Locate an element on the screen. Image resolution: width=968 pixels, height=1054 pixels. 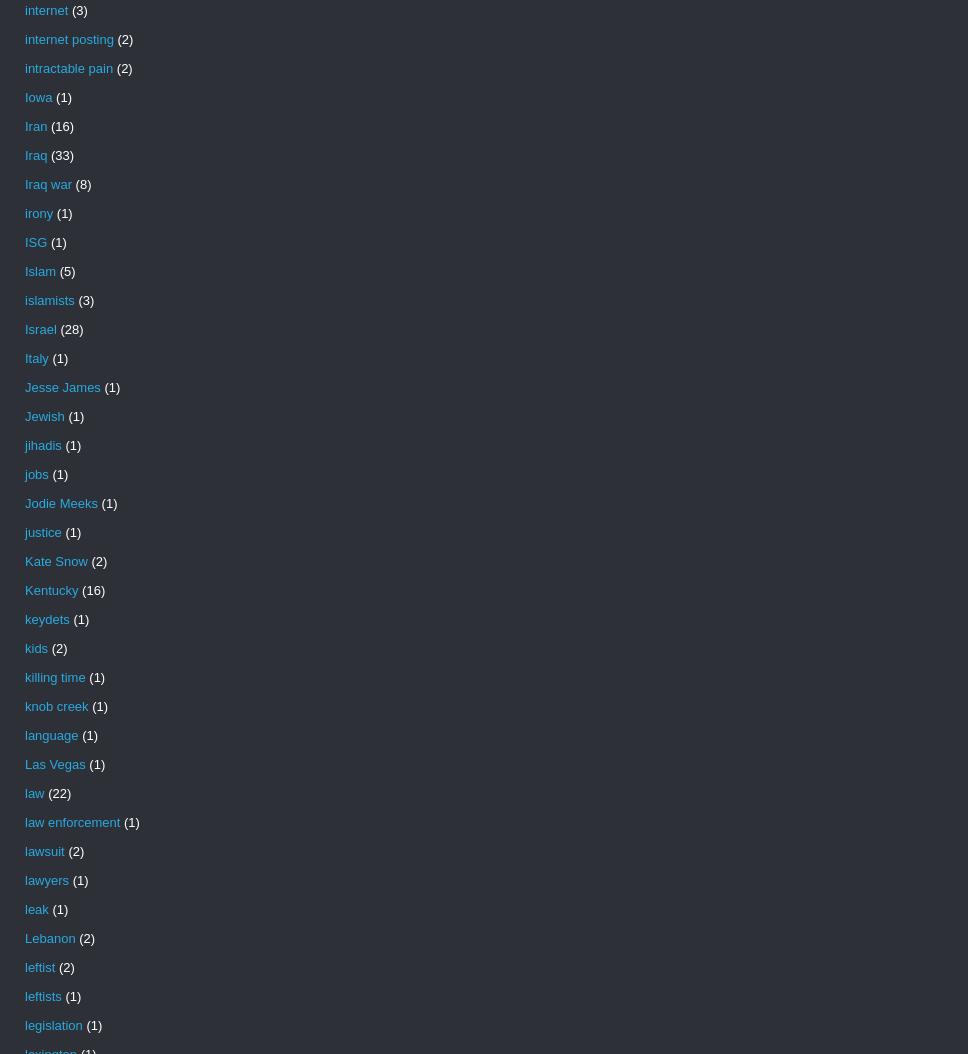
'killing time' is located at coordinates (53, 677).